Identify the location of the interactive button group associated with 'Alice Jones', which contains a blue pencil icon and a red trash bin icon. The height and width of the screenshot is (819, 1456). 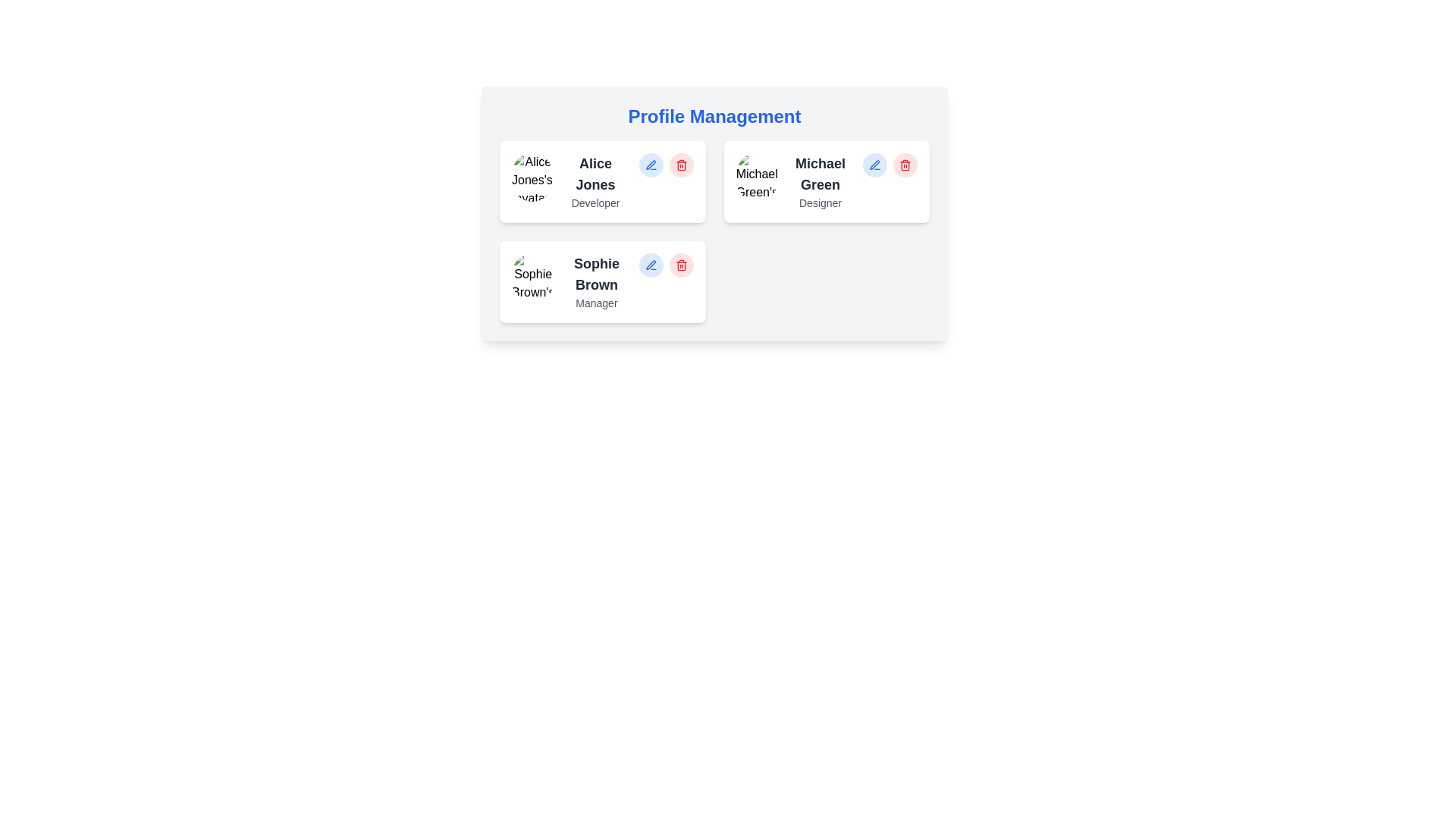
(666, 165).